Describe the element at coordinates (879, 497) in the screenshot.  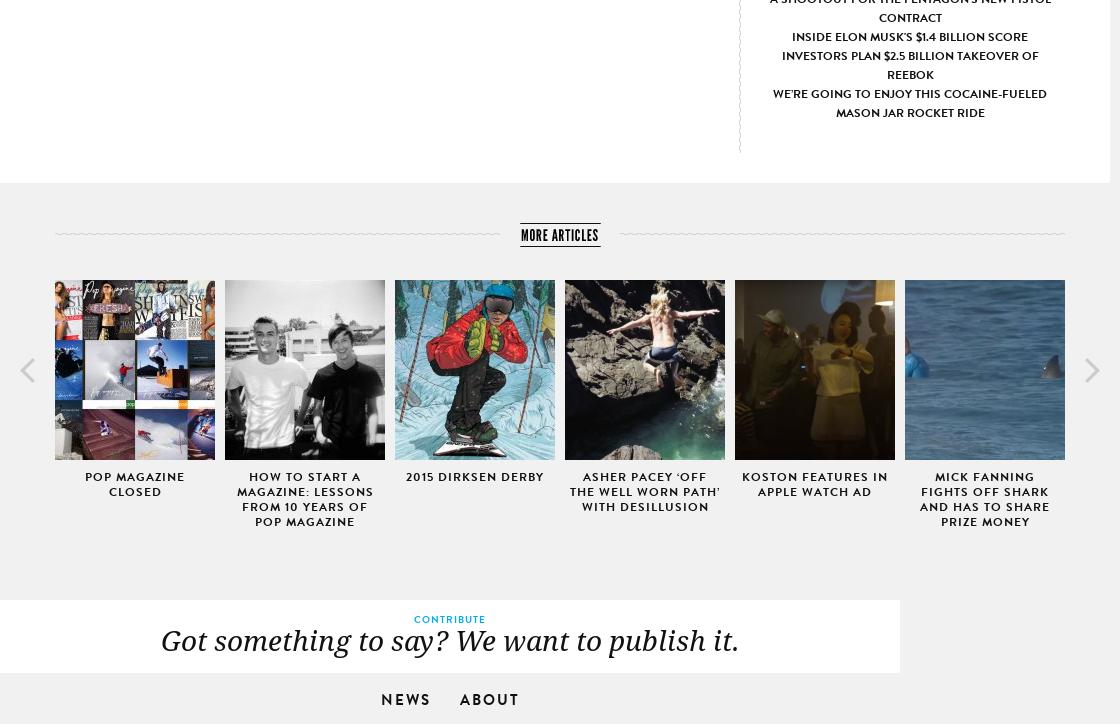
I see `'BRB, splurging on Nike gear :B'` at that location.